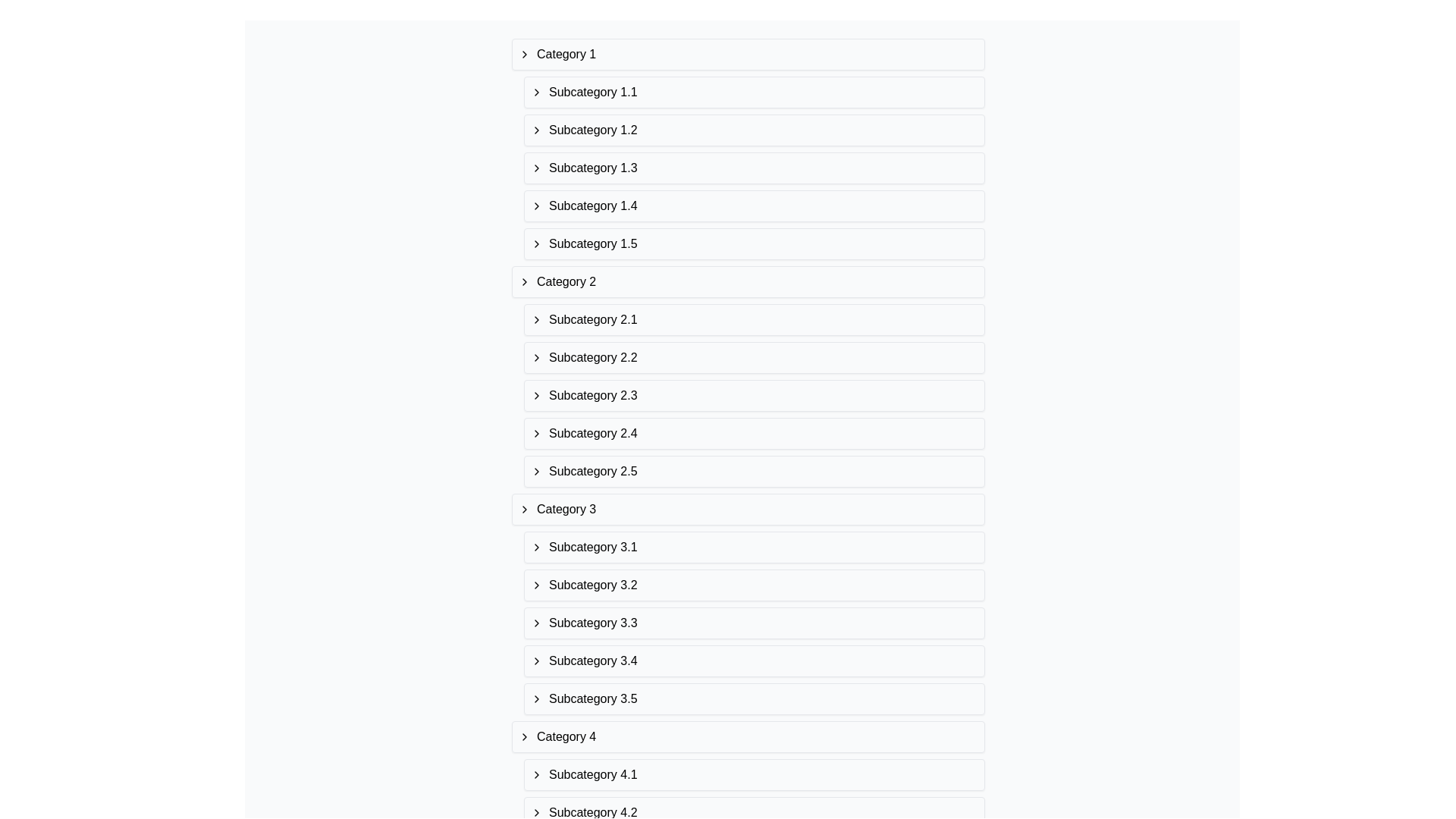 Image resolution: width=1456 pixels, height=819 pixels. What do you see at coordinates (524, 281) in the screenshot?
I see `the expandability icon located to the left of the text 'Category 2'` at bounding box center [524, 281].